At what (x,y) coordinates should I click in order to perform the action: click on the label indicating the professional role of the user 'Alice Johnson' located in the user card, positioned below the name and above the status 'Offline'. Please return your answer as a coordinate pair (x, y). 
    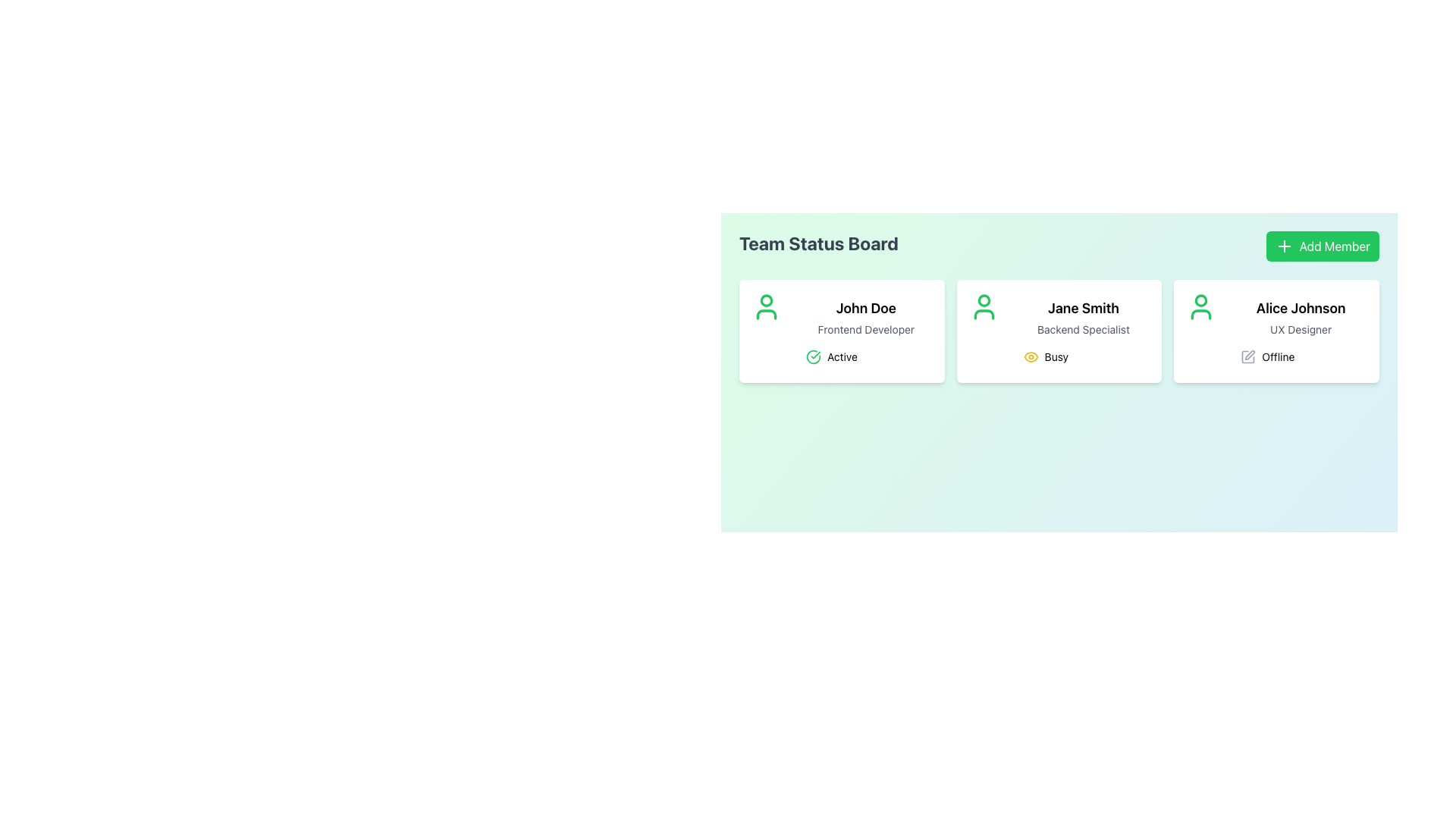
    Looking at the image, I should click on (1300, 329).